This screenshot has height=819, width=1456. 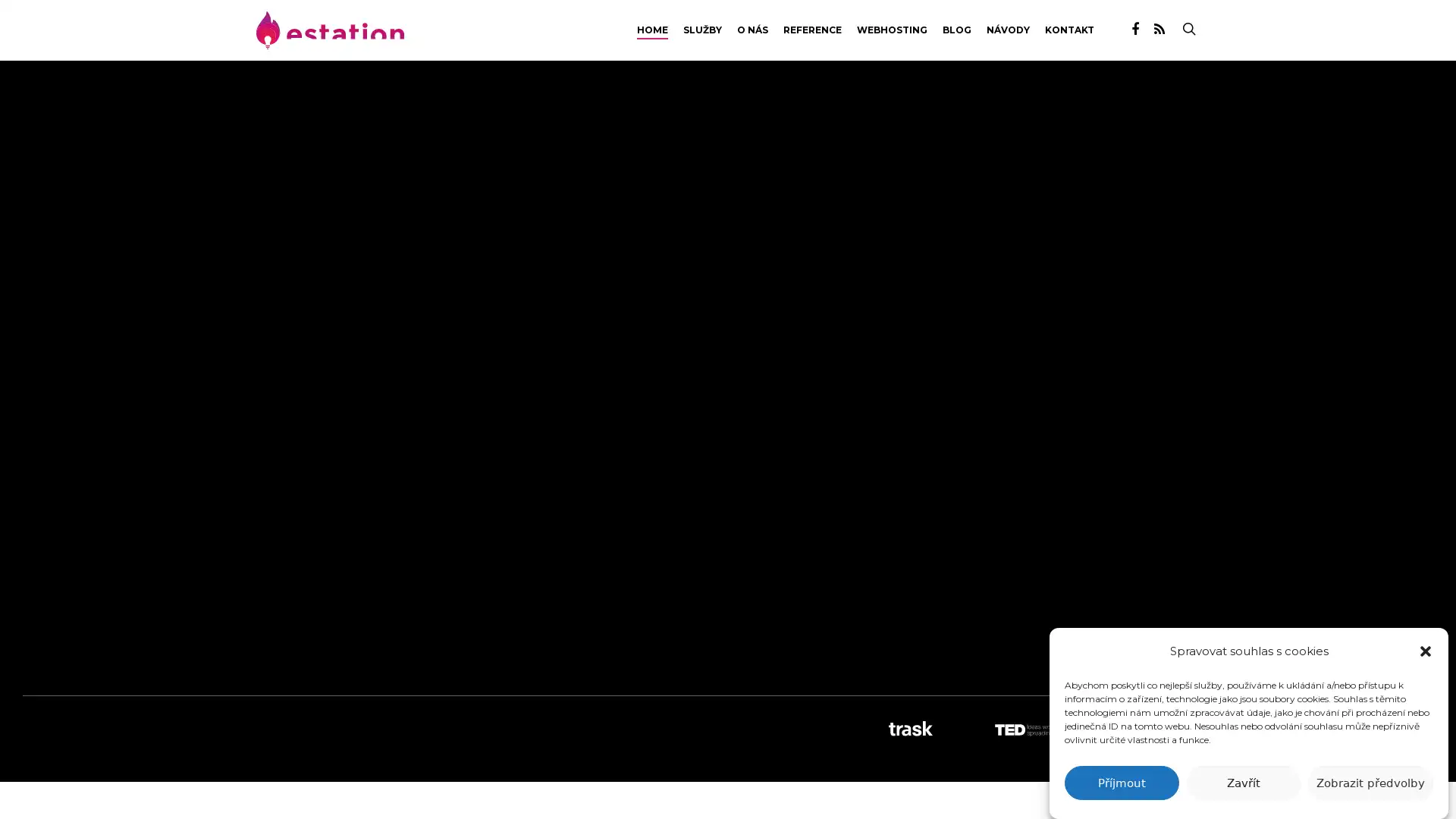 What do you see at coordinates (1121, 783) in the screenshot?
I see `Prijmout` at bounding box center [1121, 783].